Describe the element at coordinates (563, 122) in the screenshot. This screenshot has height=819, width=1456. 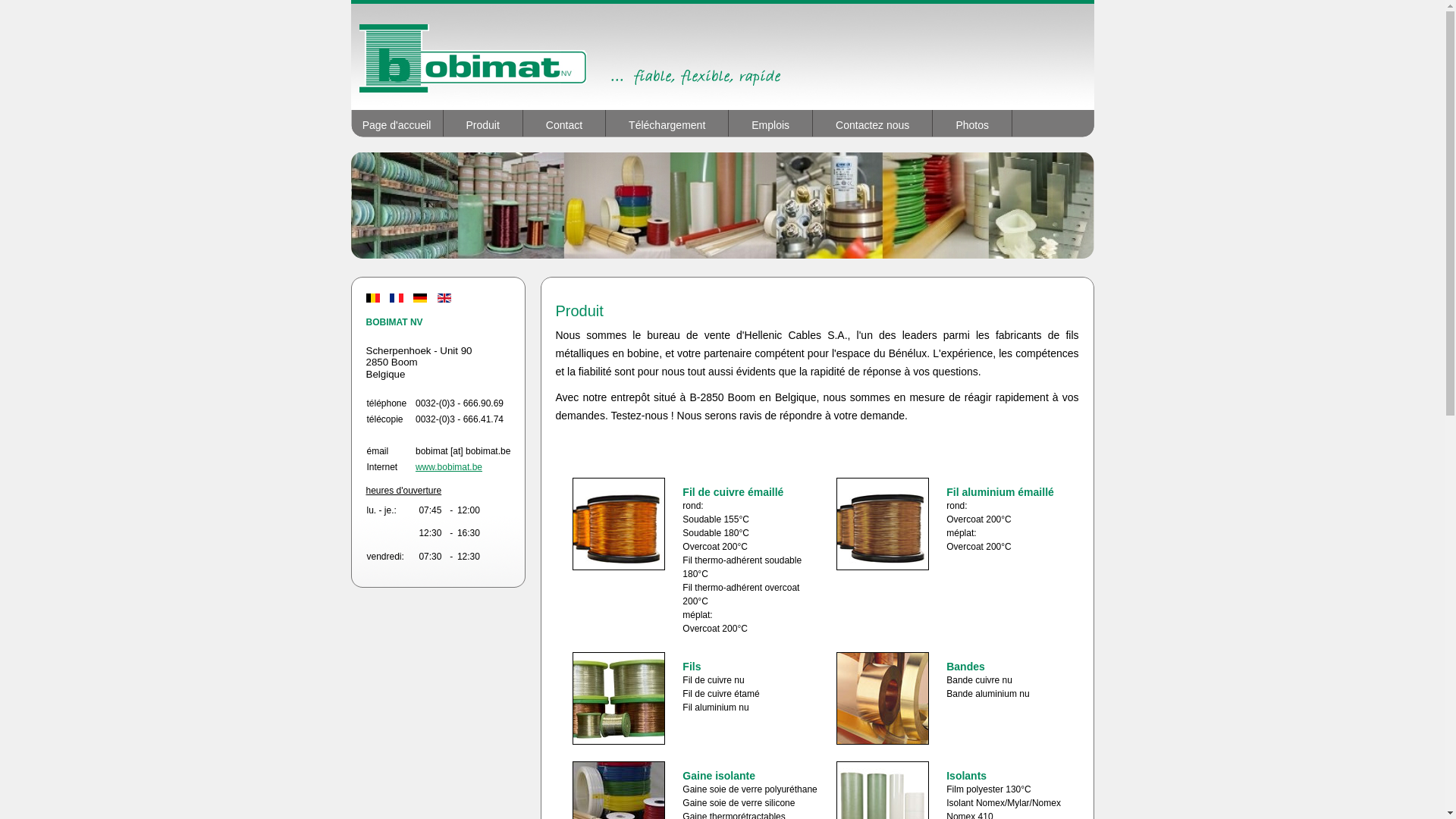
I see `'Contact'` at that location.